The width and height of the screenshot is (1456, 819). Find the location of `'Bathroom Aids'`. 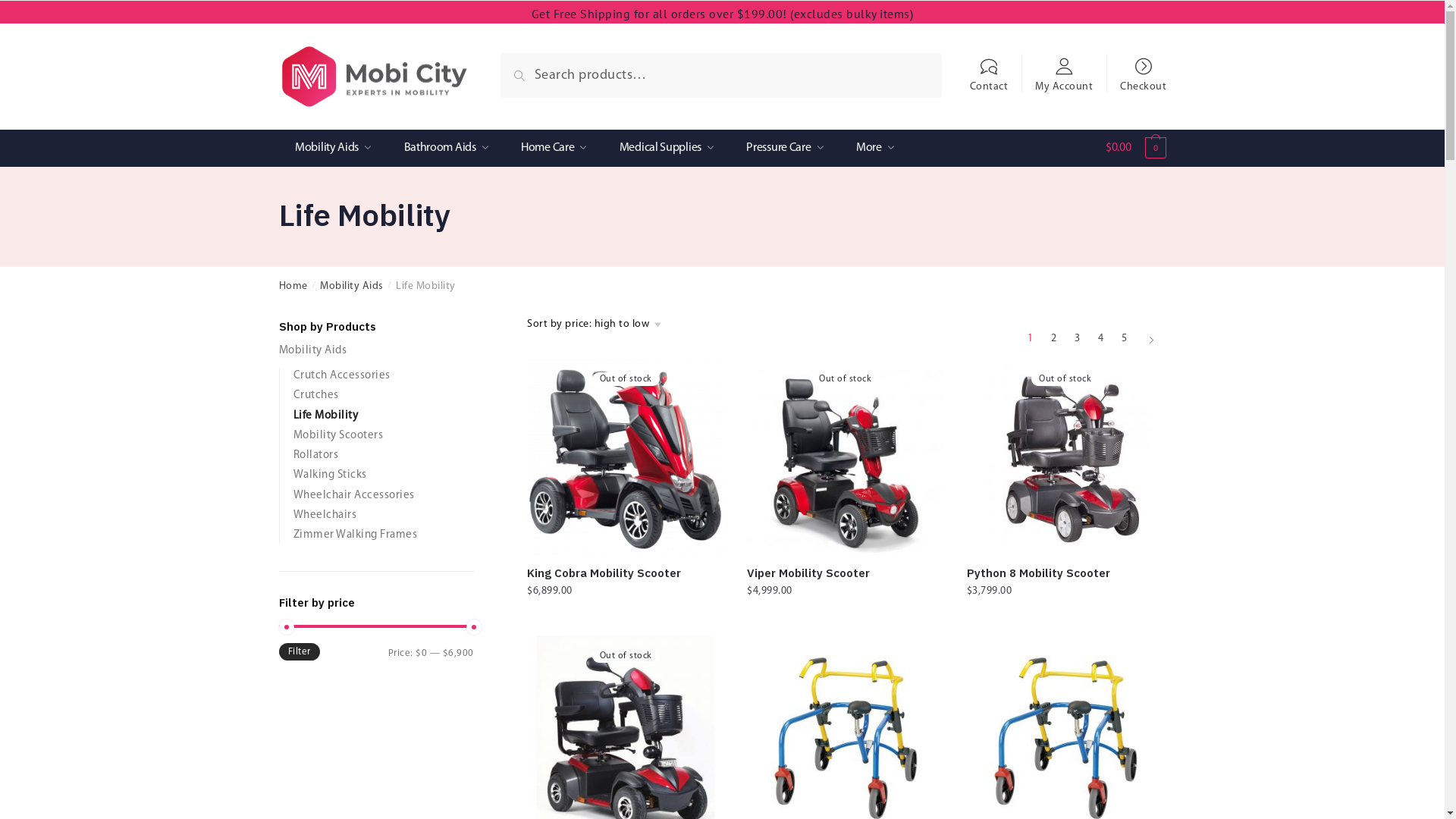

'Bathroom Aids' is located at coordinates (445, 148).